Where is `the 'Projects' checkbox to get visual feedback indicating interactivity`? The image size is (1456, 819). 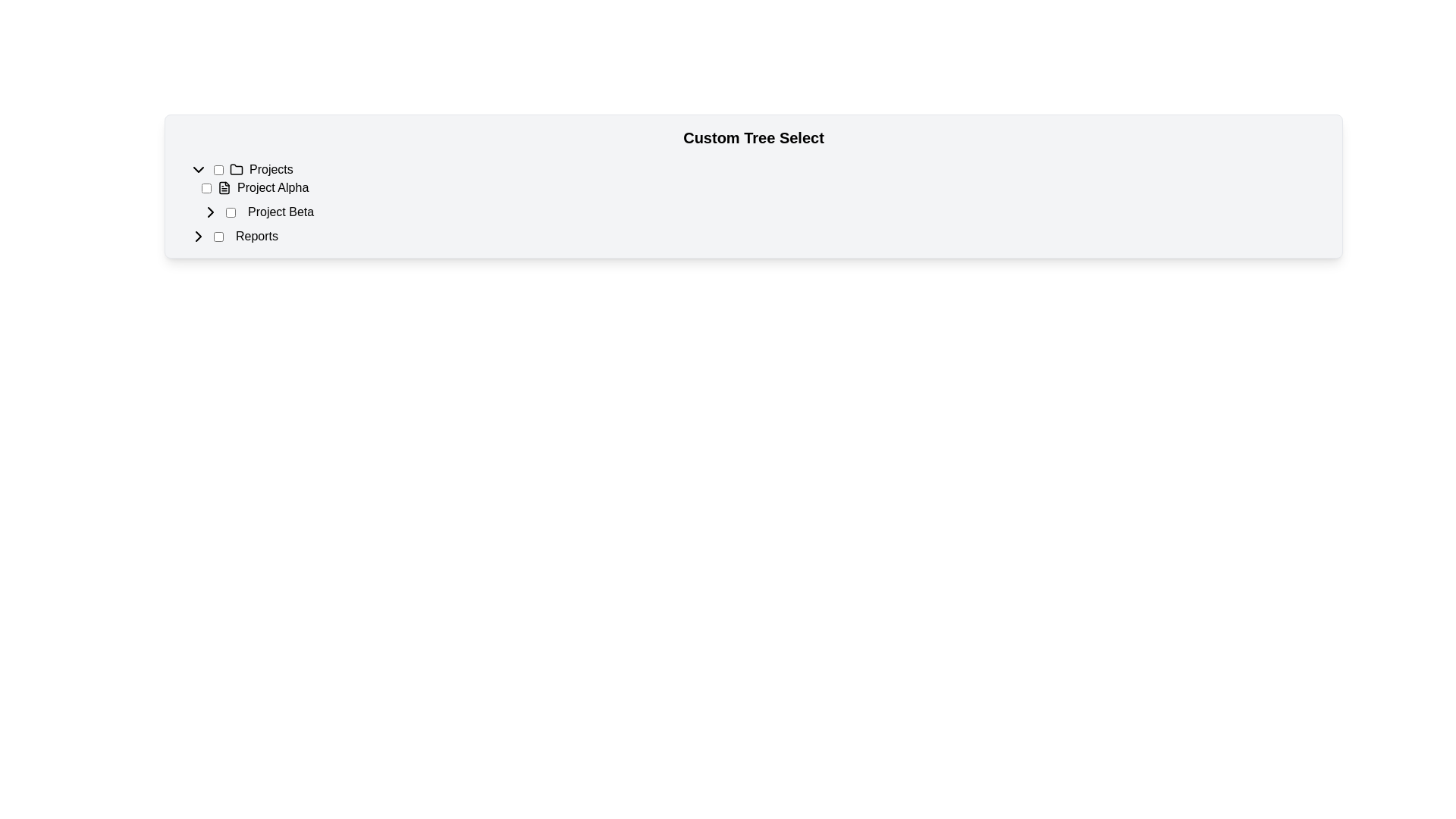 the 'Projects' checkbox to get visual feedback indicating interactivity is located at coordinates (218, 169).